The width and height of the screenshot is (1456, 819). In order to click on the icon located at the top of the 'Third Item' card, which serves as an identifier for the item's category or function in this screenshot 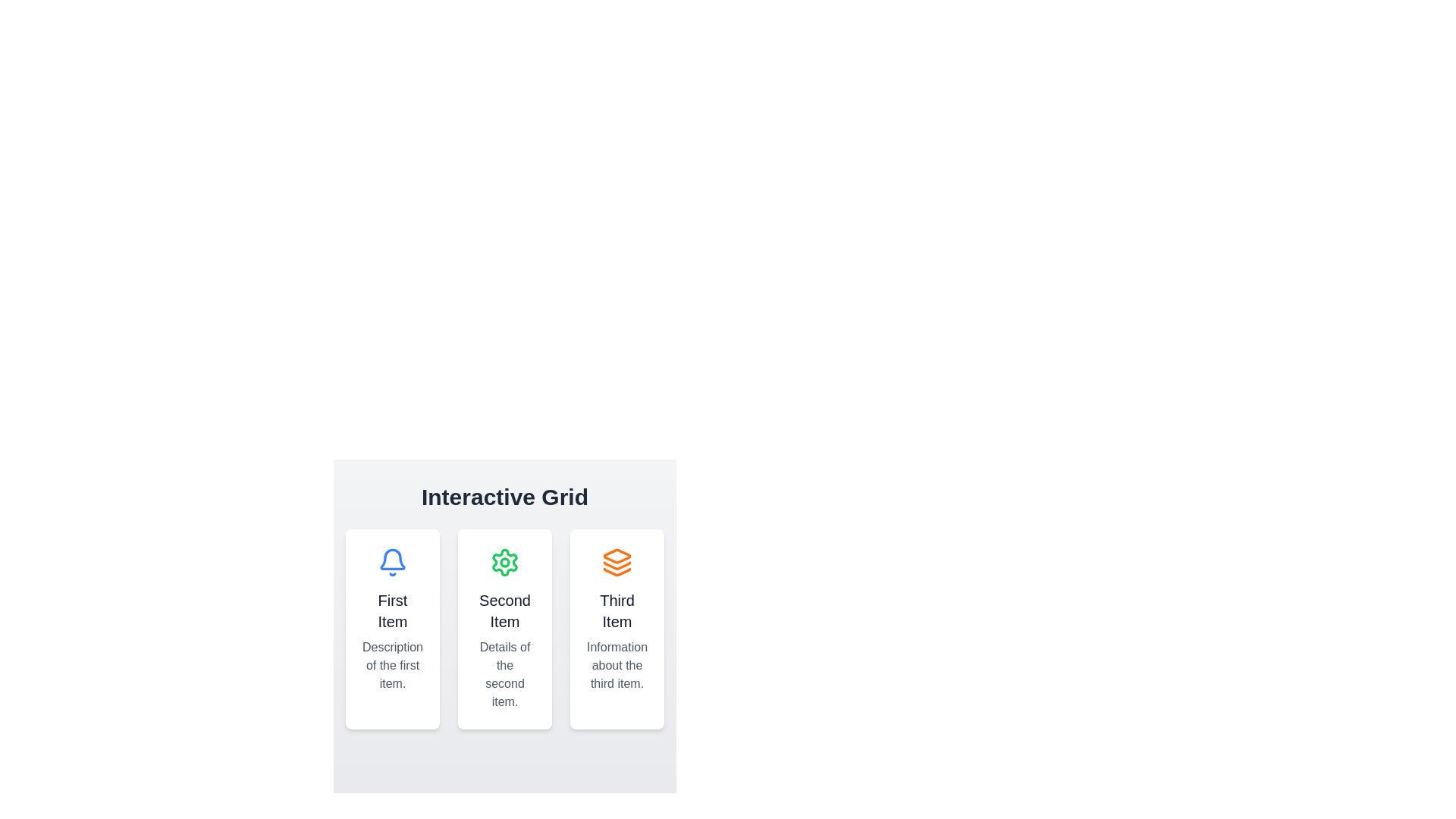, I will do `click(617, 562)`.